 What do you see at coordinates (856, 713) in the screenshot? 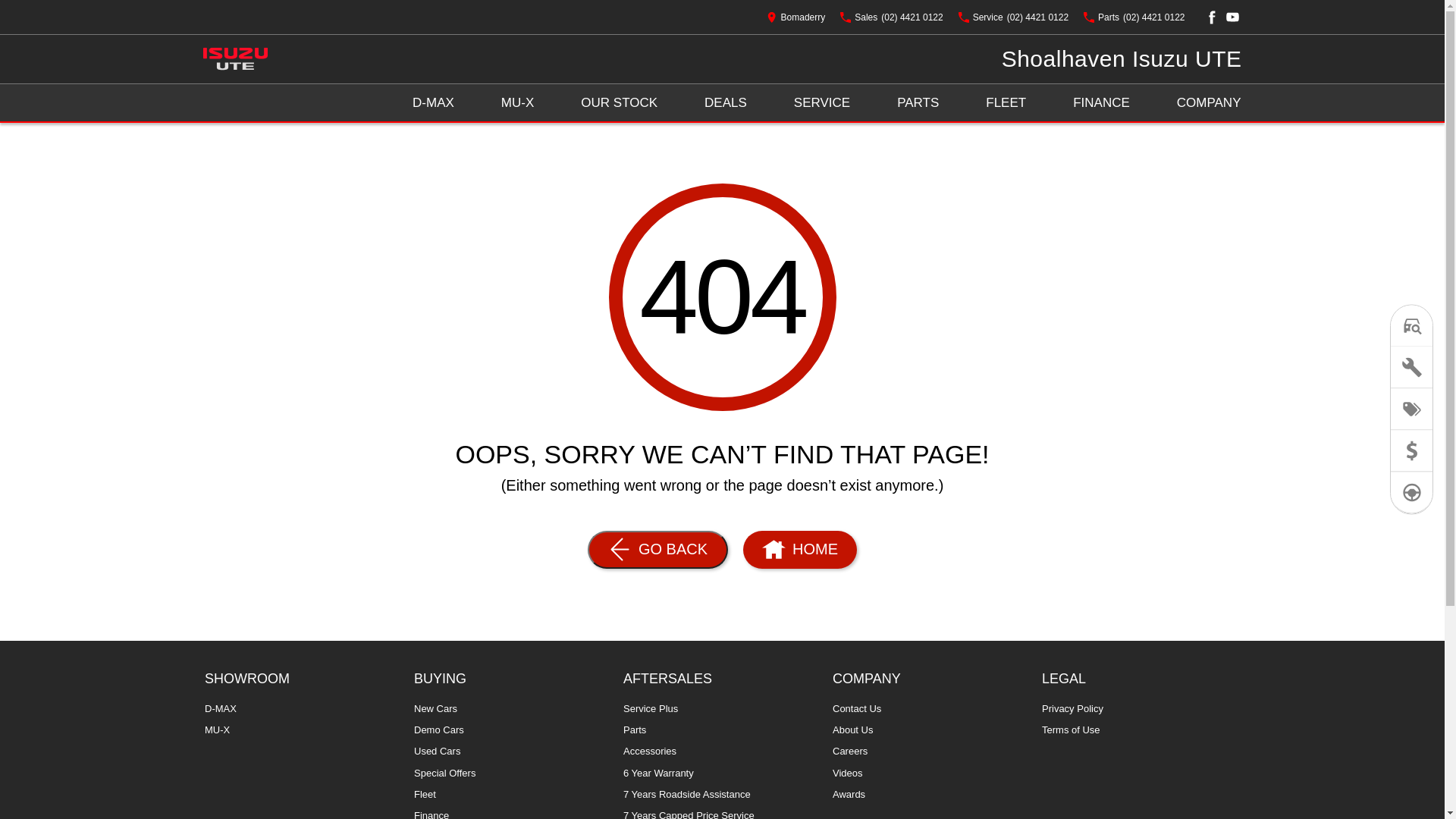
I see `'Contact Us'` at bounding box center [856, 713].